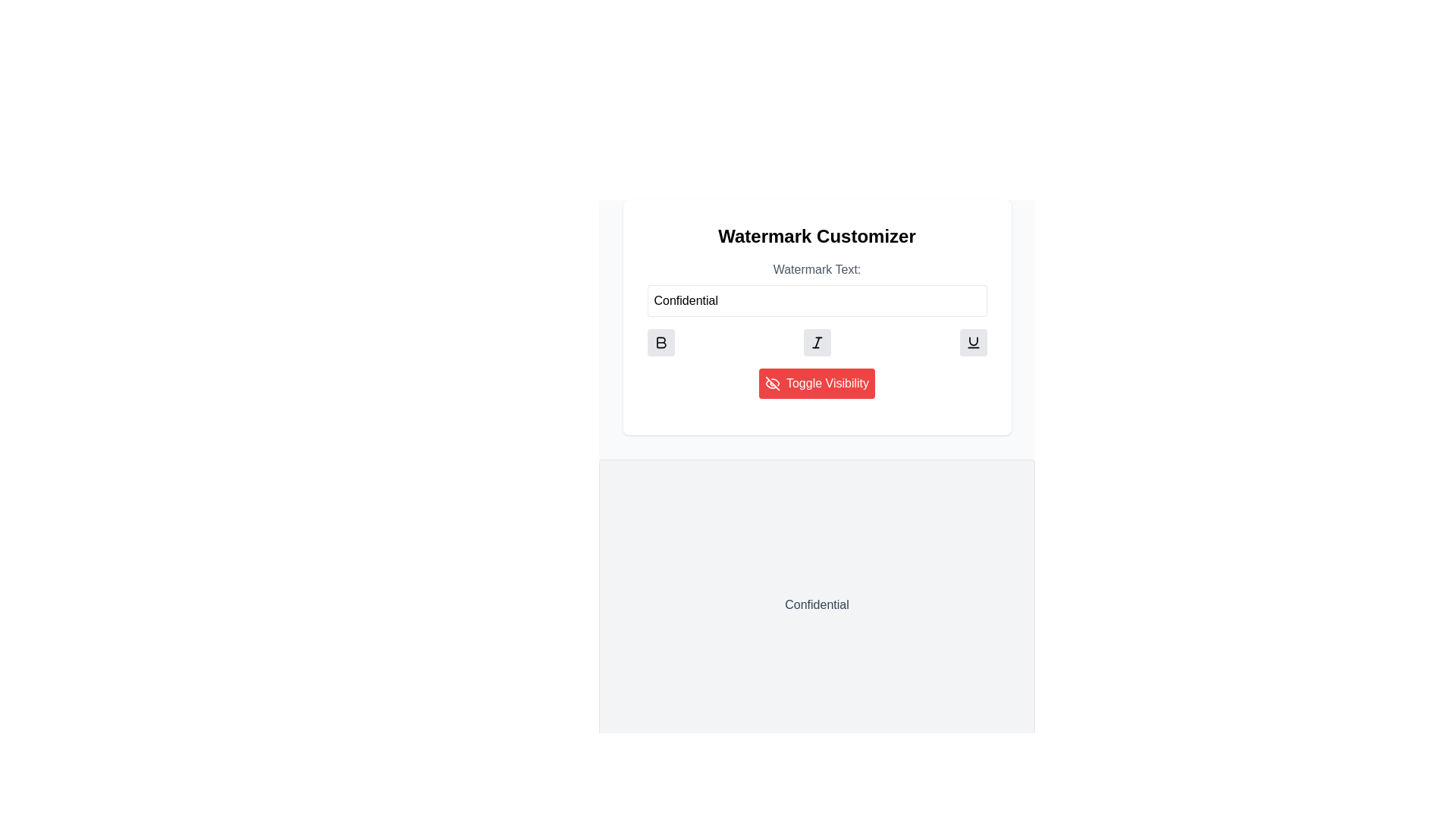  I want to click on the small rectangular button with a light gray background and an underline icon to apply the underline style, located under the 'Watermark Text' input field in the 'Watermark Customizer' section, so click(973, 342).